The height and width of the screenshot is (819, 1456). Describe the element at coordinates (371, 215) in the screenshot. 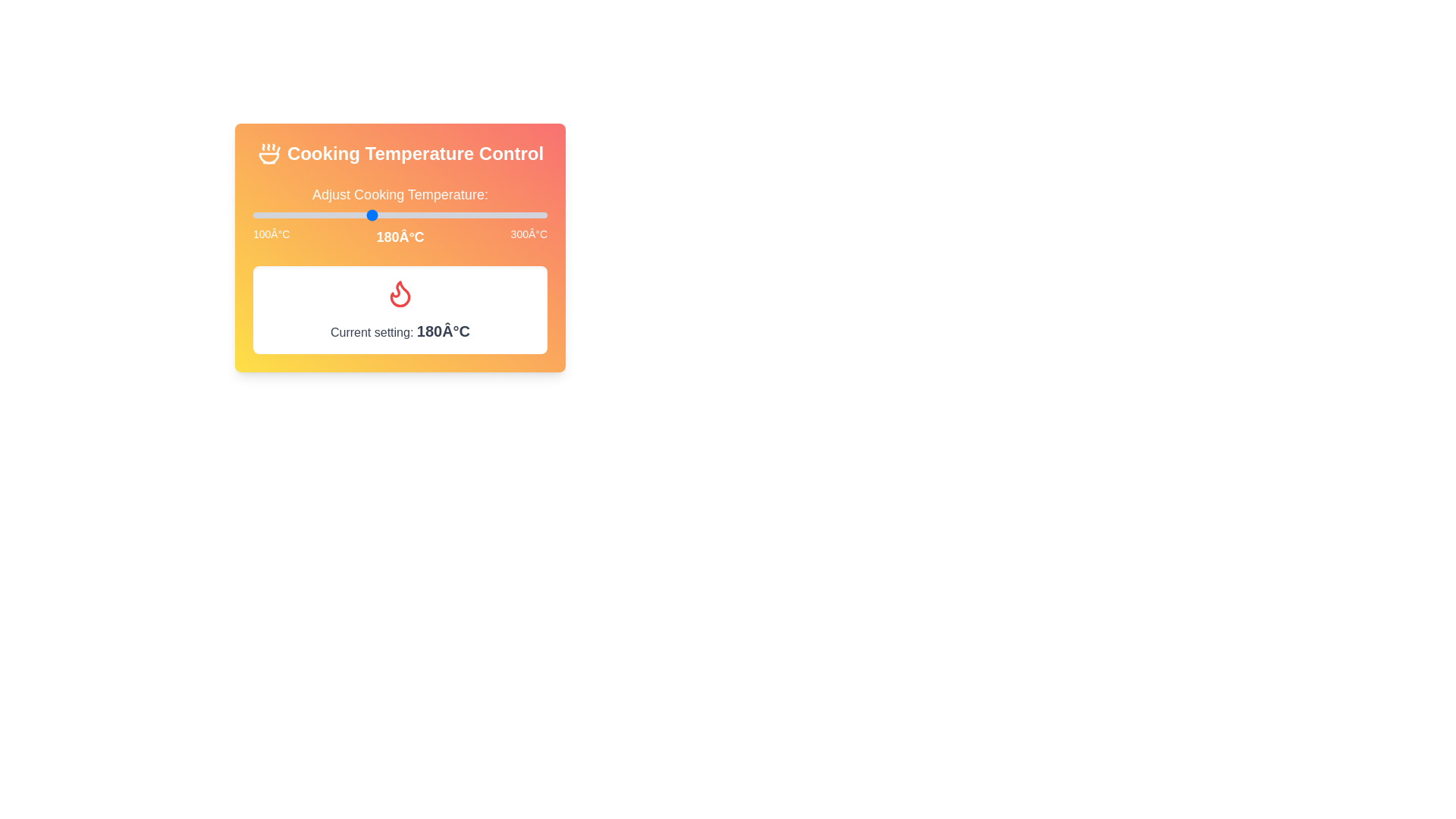

I see `the cooking temperature to 180°C by interacting with the slider` at that location.